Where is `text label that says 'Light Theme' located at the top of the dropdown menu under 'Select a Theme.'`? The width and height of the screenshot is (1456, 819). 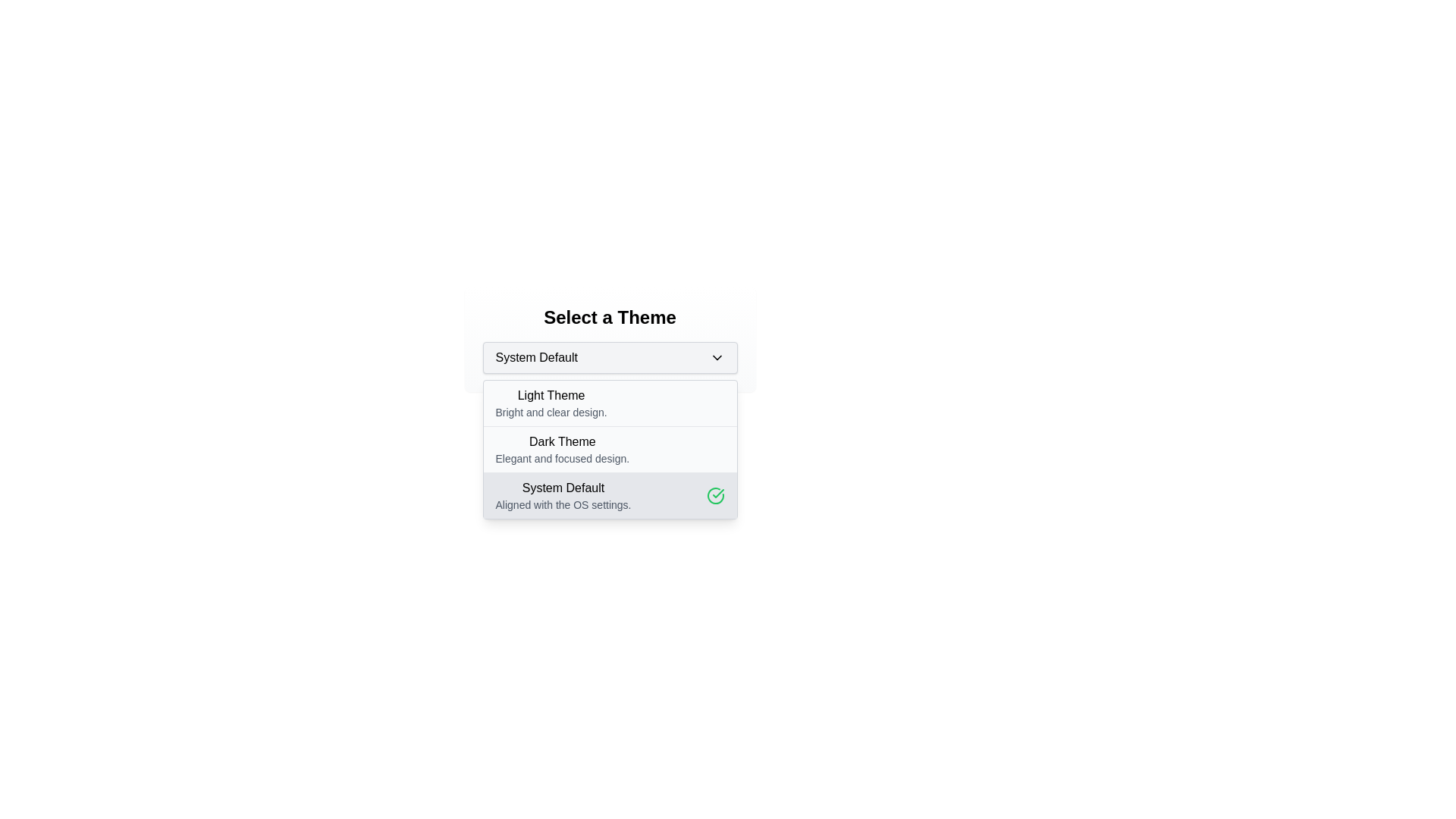 text label that says 'Light Theme' located at the top of the dropdown menu under 'Select a Theme.' is located at coordinates (551, 394).